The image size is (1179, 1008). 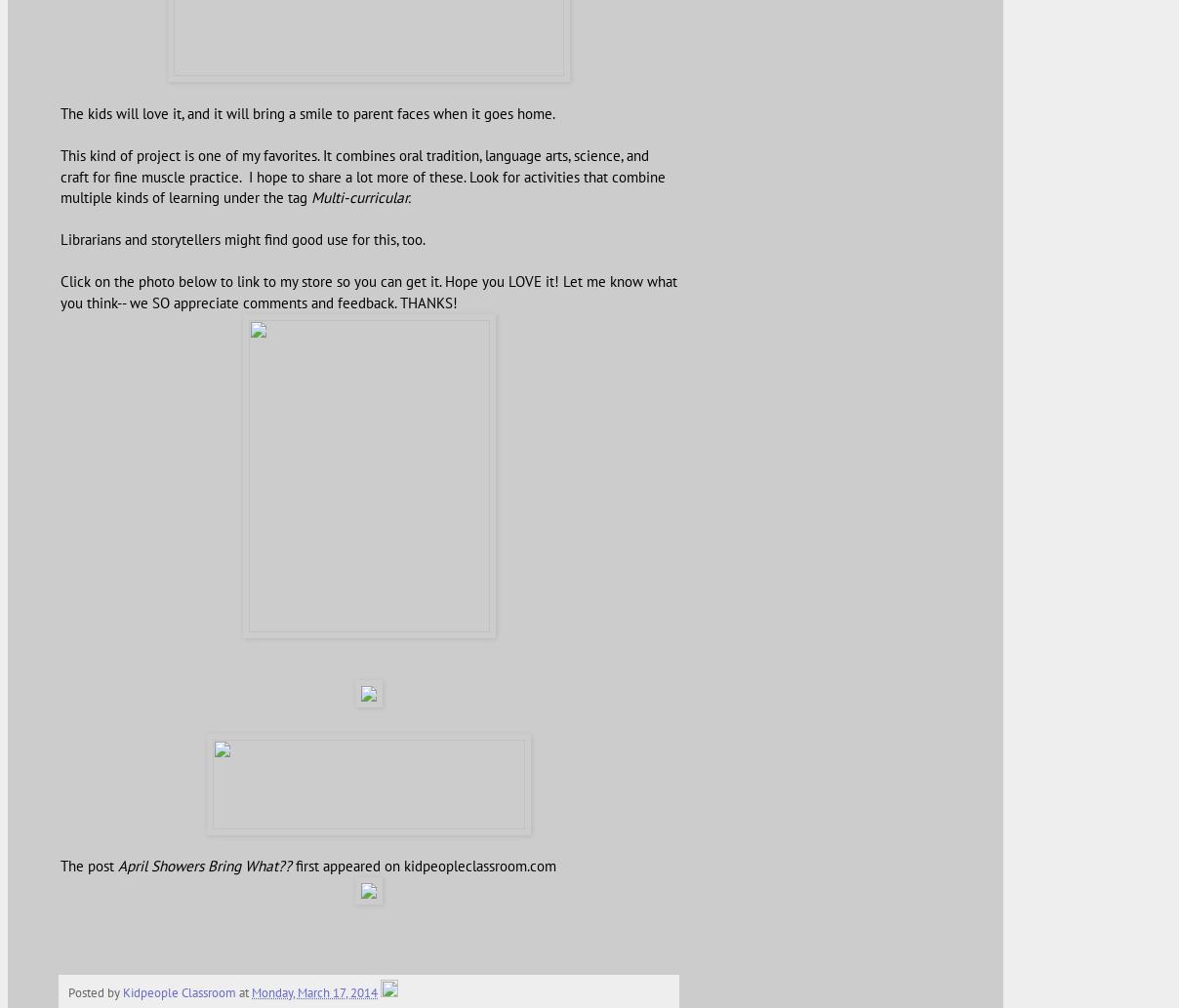 I want to click on 'Multi-curricular.', so click(x=310, y=195).